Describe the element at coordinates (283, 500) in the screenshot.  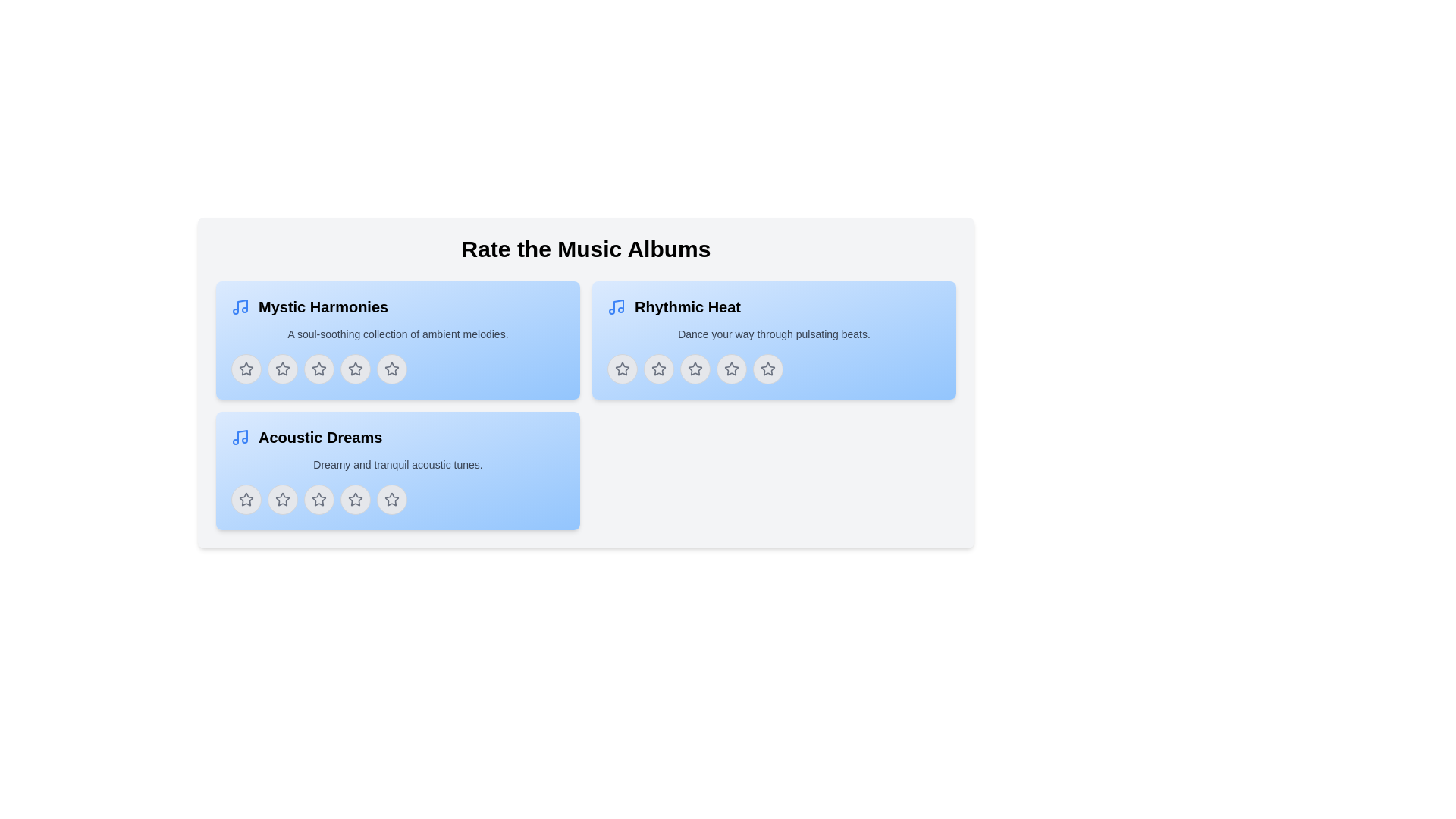
I see `the second star icon button with a circular shape and a star icon in the rating section under the music album 'Acoustic Dreams'` at that location.